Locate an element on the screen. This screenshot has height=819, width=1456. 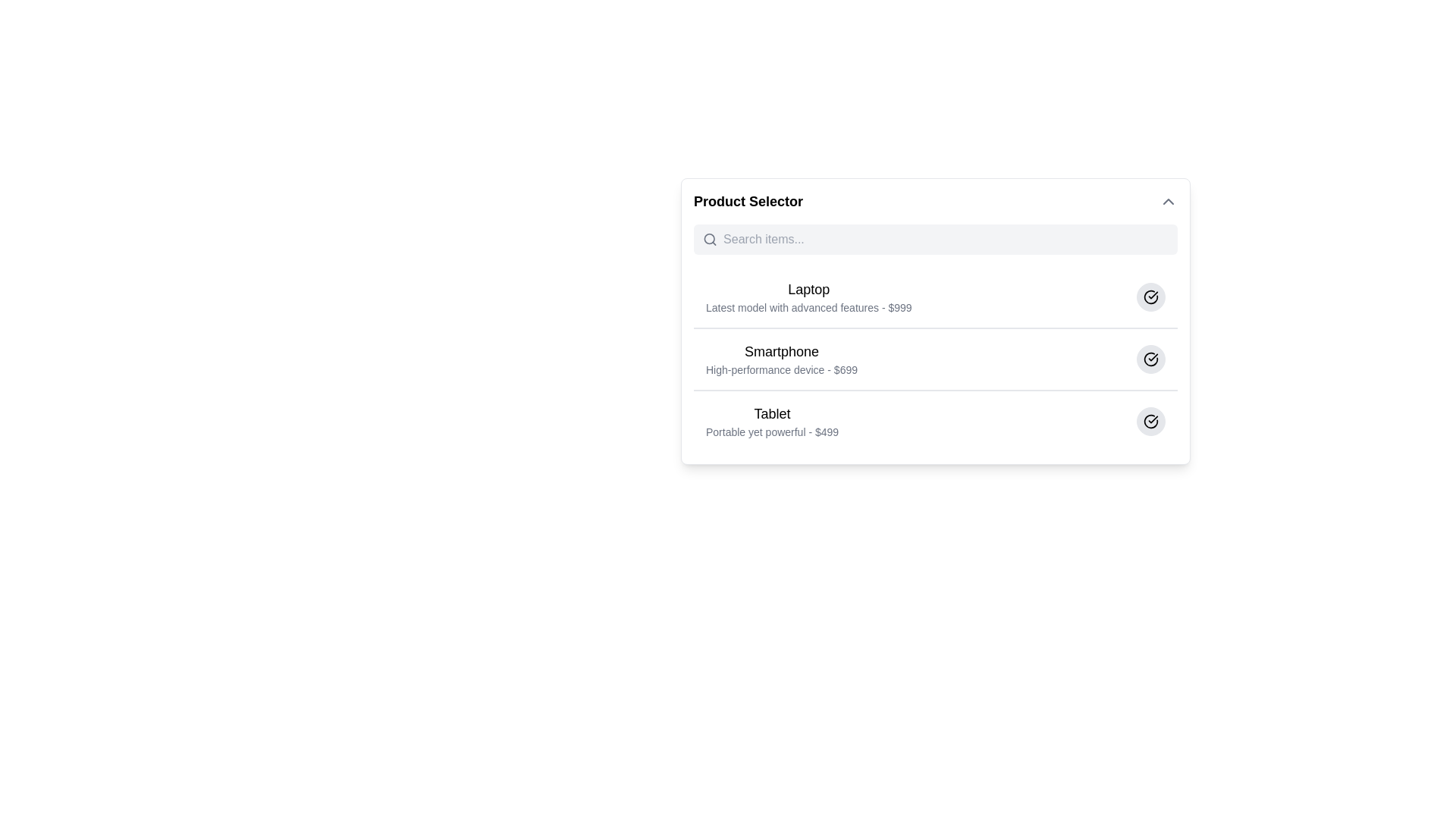
the selection status of the third interactive icon, which is a circular outline with a check mark inside it, located to the right of the 'Tablet' label is located at coordinates (1150, 421).